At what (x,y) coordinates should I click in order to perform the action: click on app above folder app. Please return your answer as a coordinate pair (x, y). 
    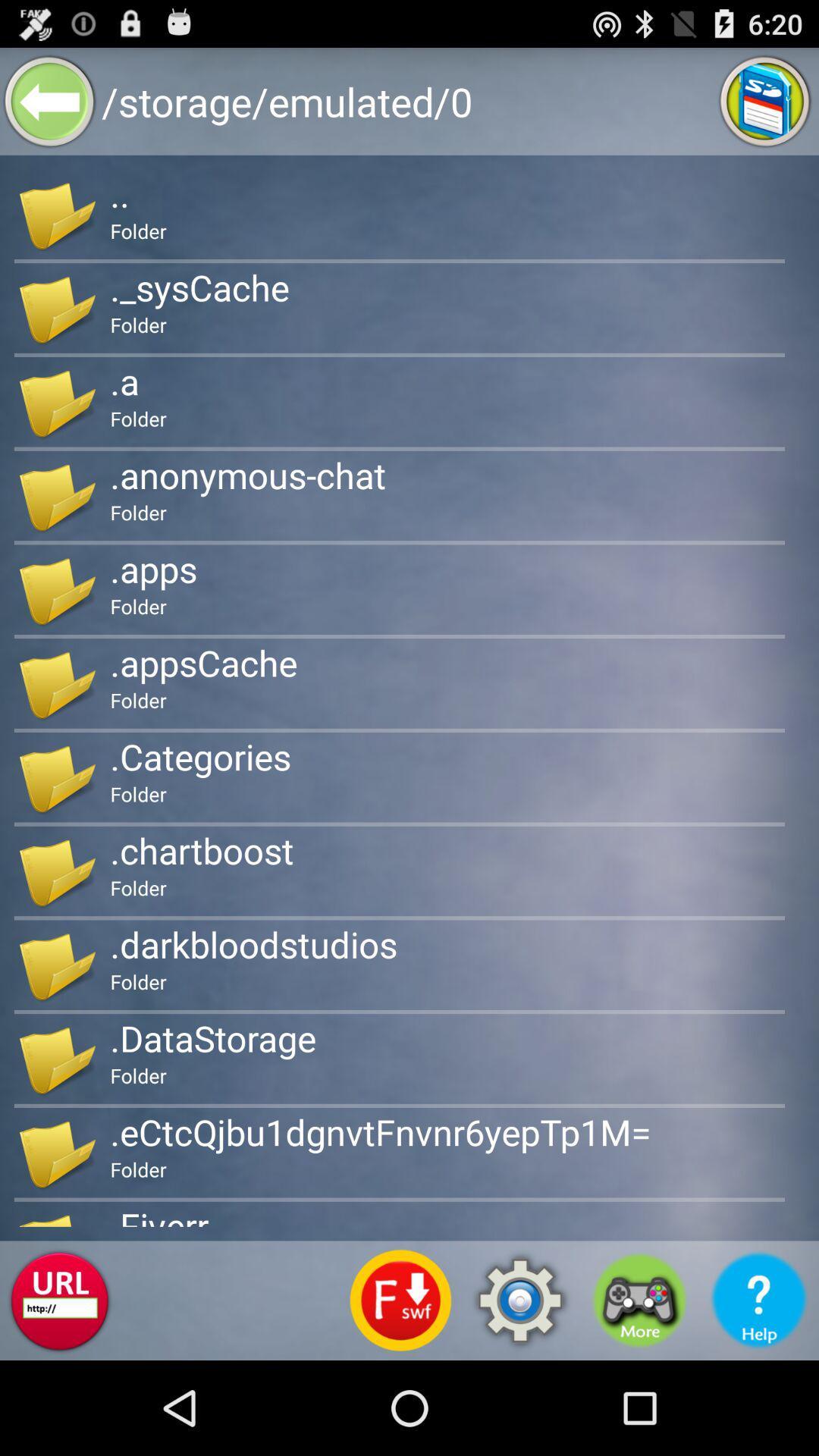
    Looking at the image, I should click on (199, 287).